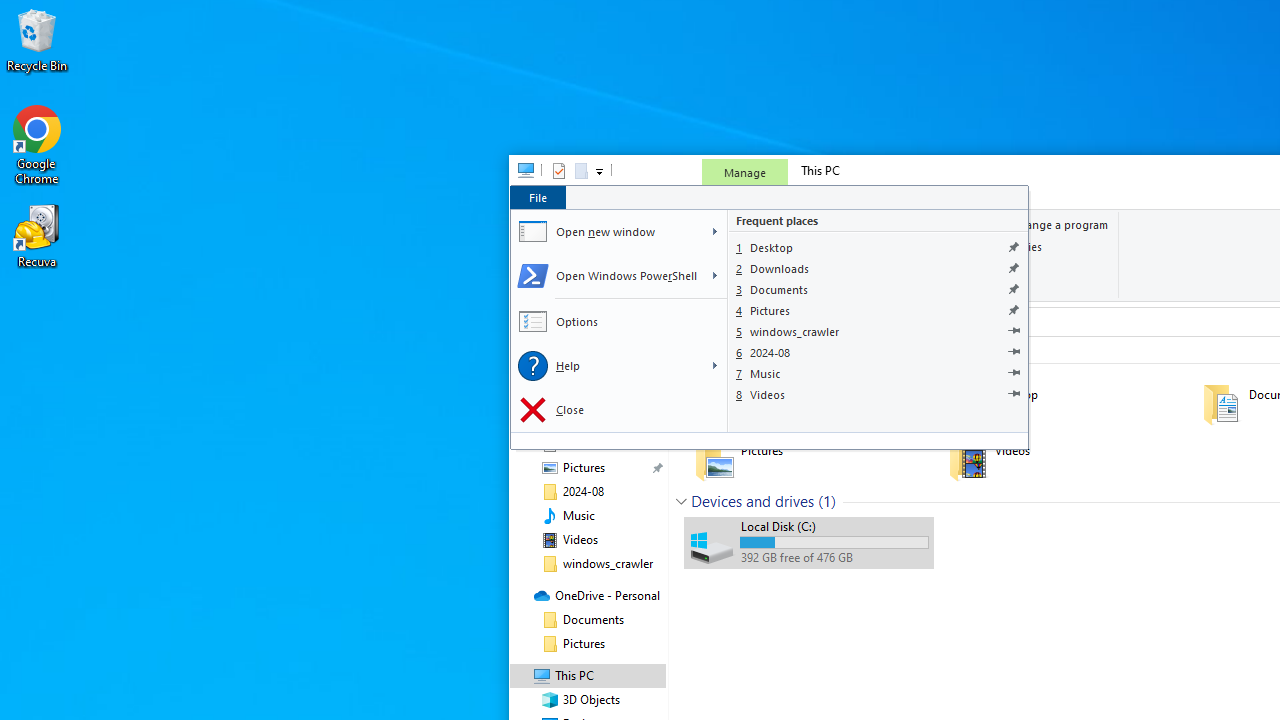  Describe the element at coordinates (878, 373) in the screenshot. I see `'Music'` at that location.